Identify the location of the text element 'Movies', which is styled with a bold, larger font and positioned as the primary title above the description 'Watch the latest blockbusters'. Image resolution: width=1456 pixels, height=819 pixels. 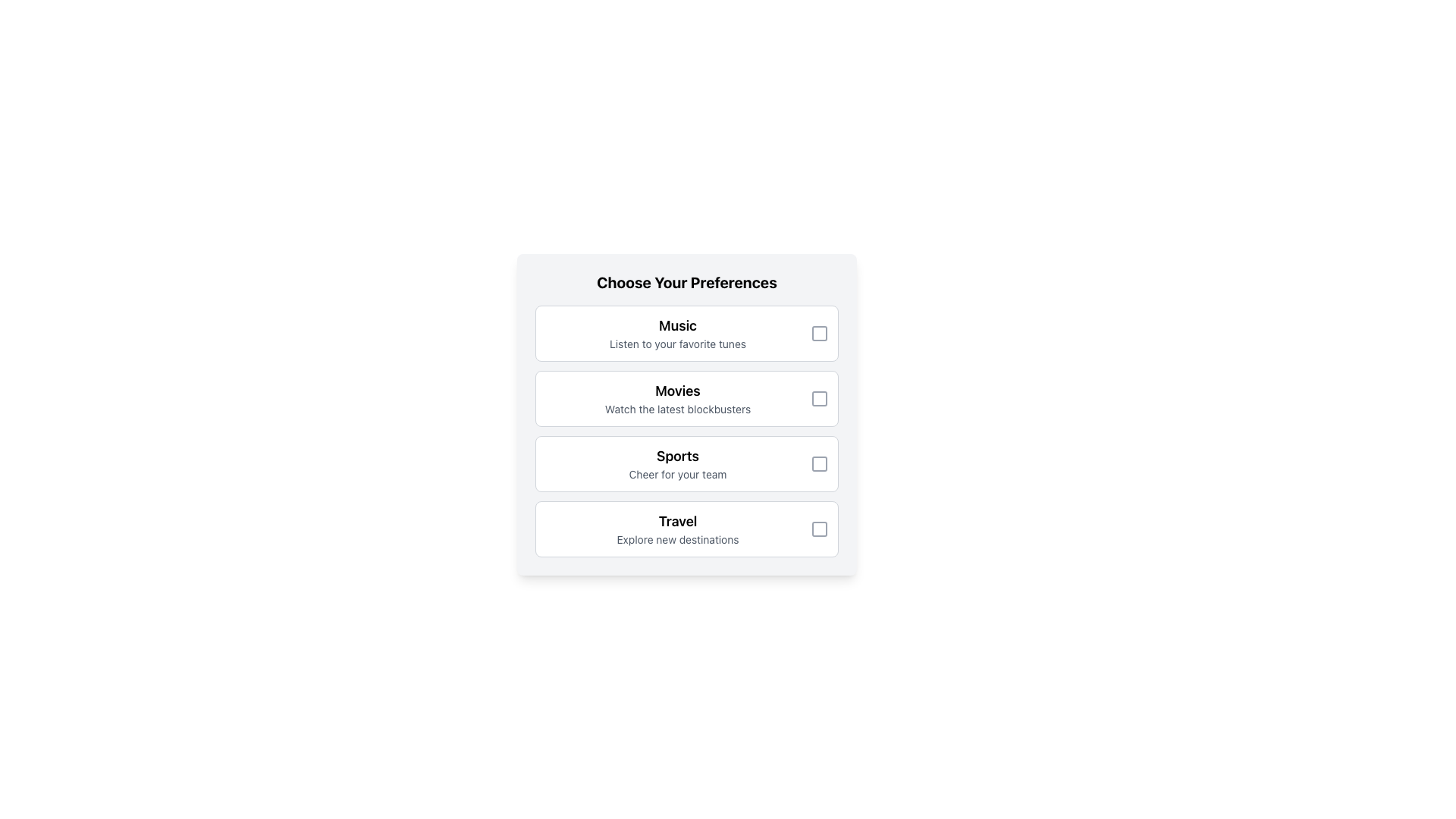
(676, 391).